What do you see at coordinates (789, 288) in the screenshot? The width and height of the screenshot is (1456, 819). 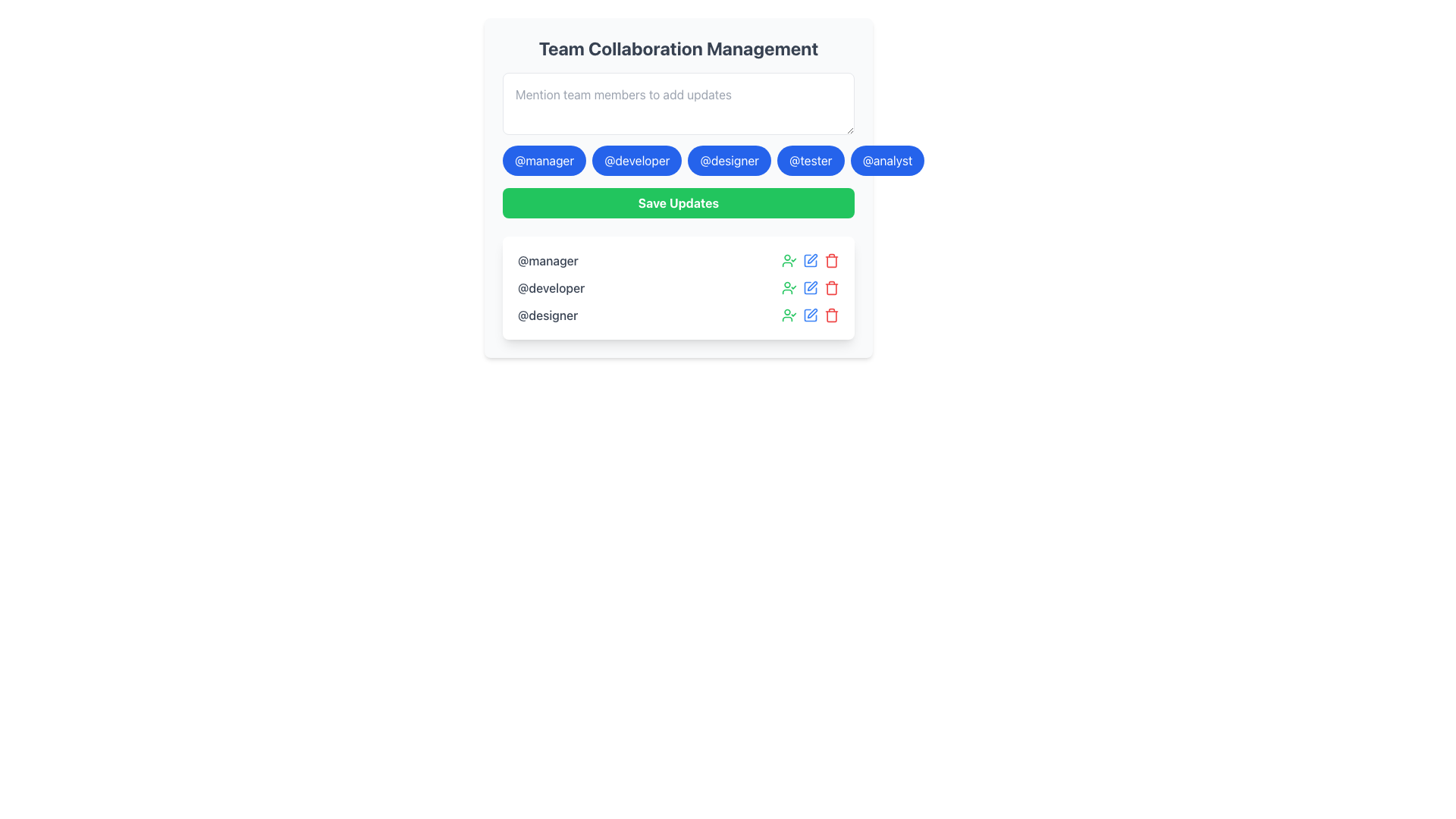 I see `the user management button in the second slot of the horizontal row associated with the '@developer' label` at bounding box center [789, 288].